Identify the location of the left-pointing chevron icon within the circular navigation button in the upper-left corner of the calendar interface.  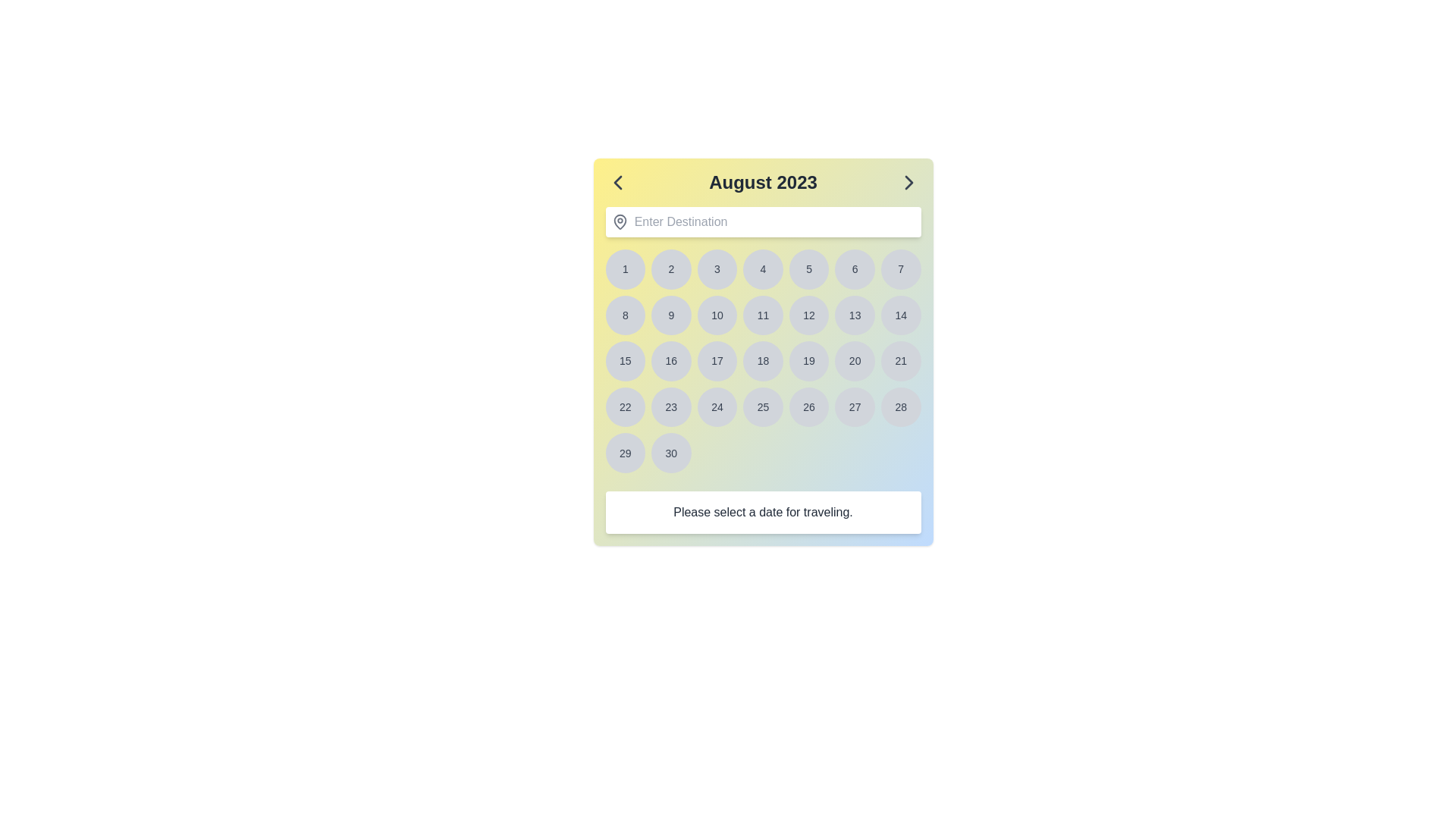
(617, 181).